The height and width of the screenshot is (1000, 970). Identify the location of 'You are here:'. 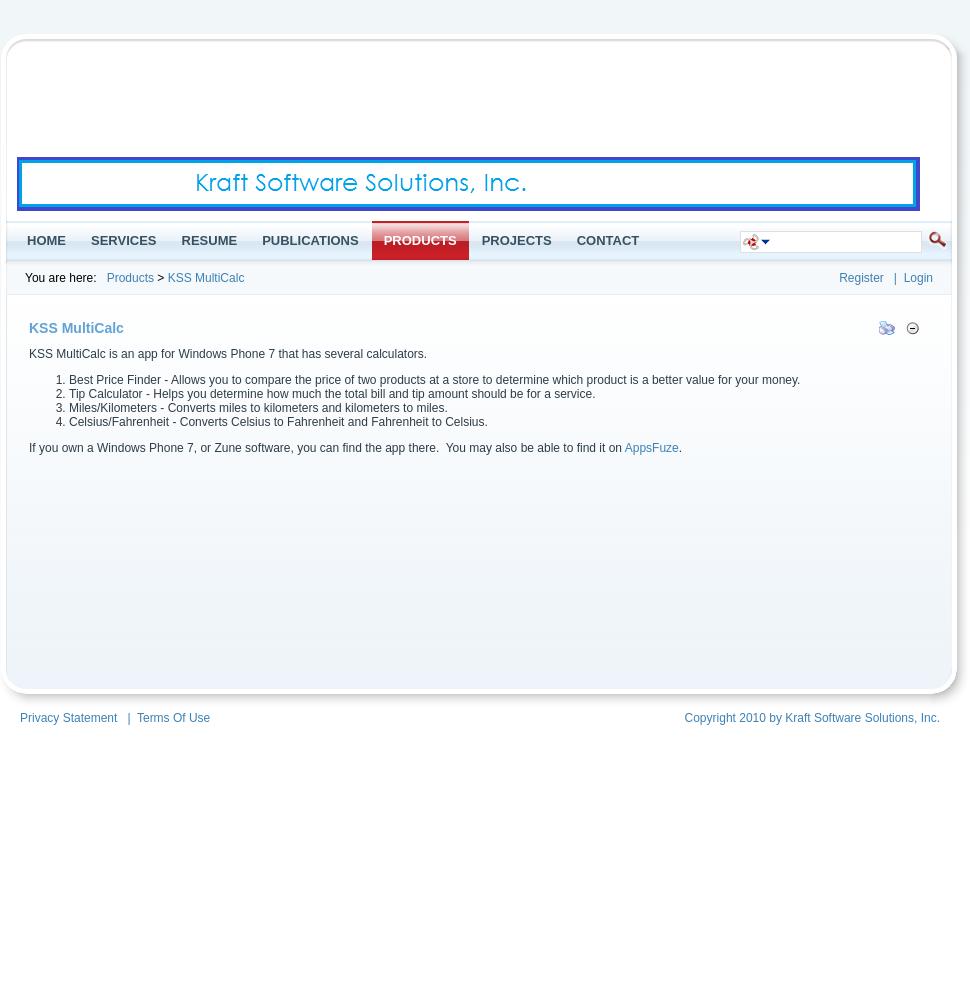
(59, 278).